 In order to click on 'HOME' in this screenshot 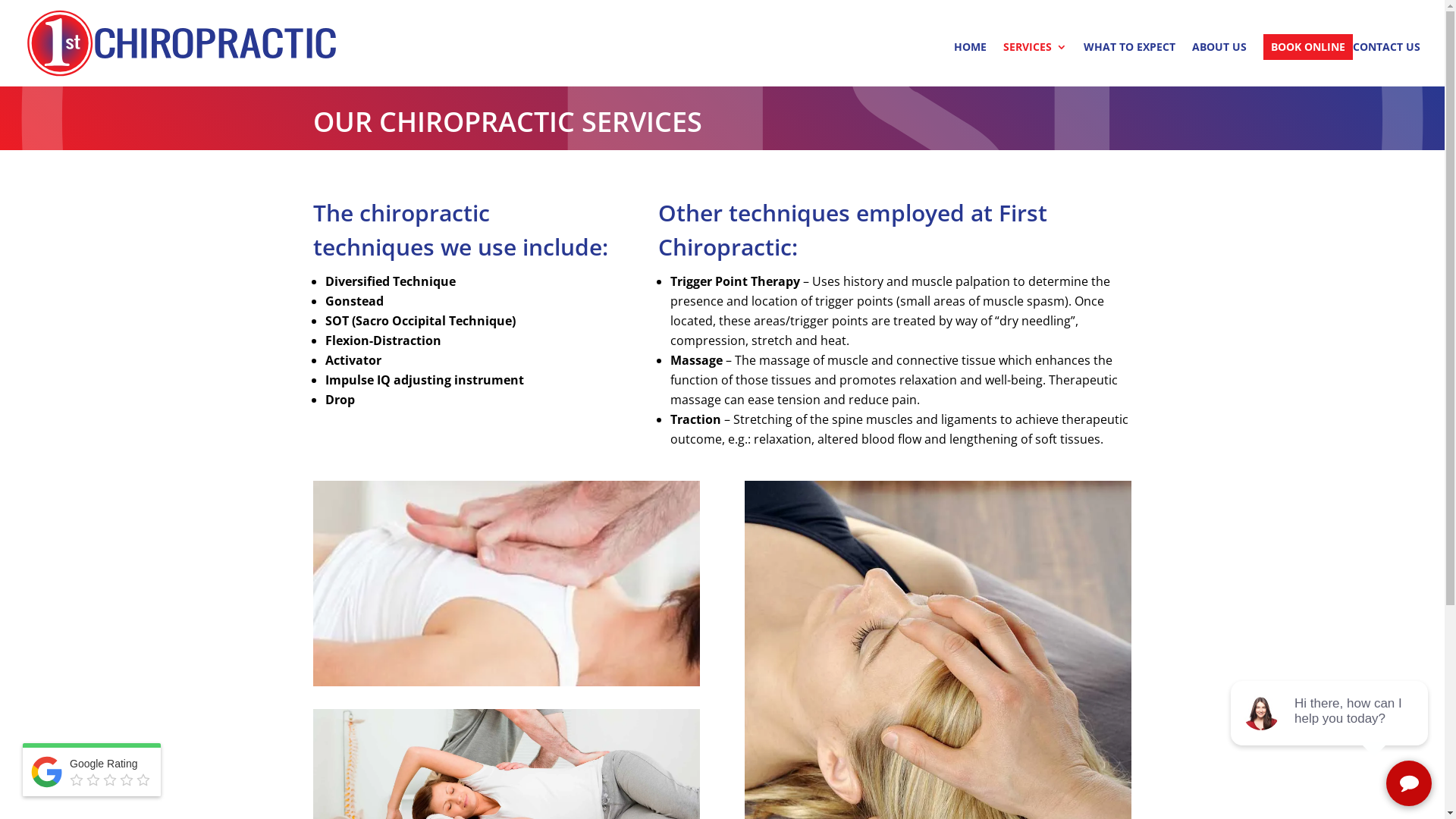, I will do `click(969, 63)`.